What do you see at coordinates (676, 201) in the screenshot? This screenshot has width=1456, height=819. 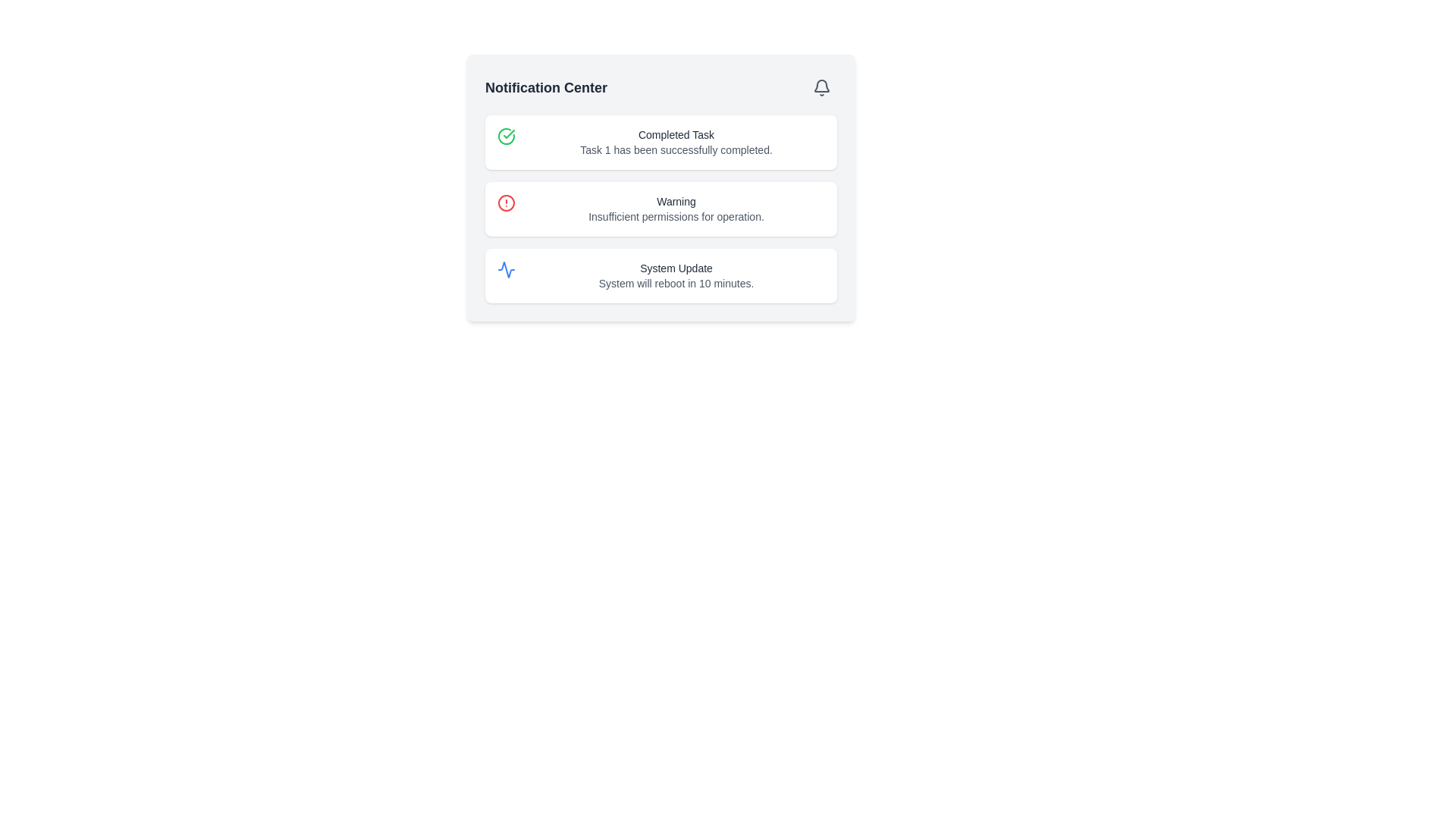 I see `the 'Warning' text label in the Notification Center, which is styled with a medium-sized gray font and is positioned above the message 'Insufficient permissions for operation.'` at bounding box center [676, 201].